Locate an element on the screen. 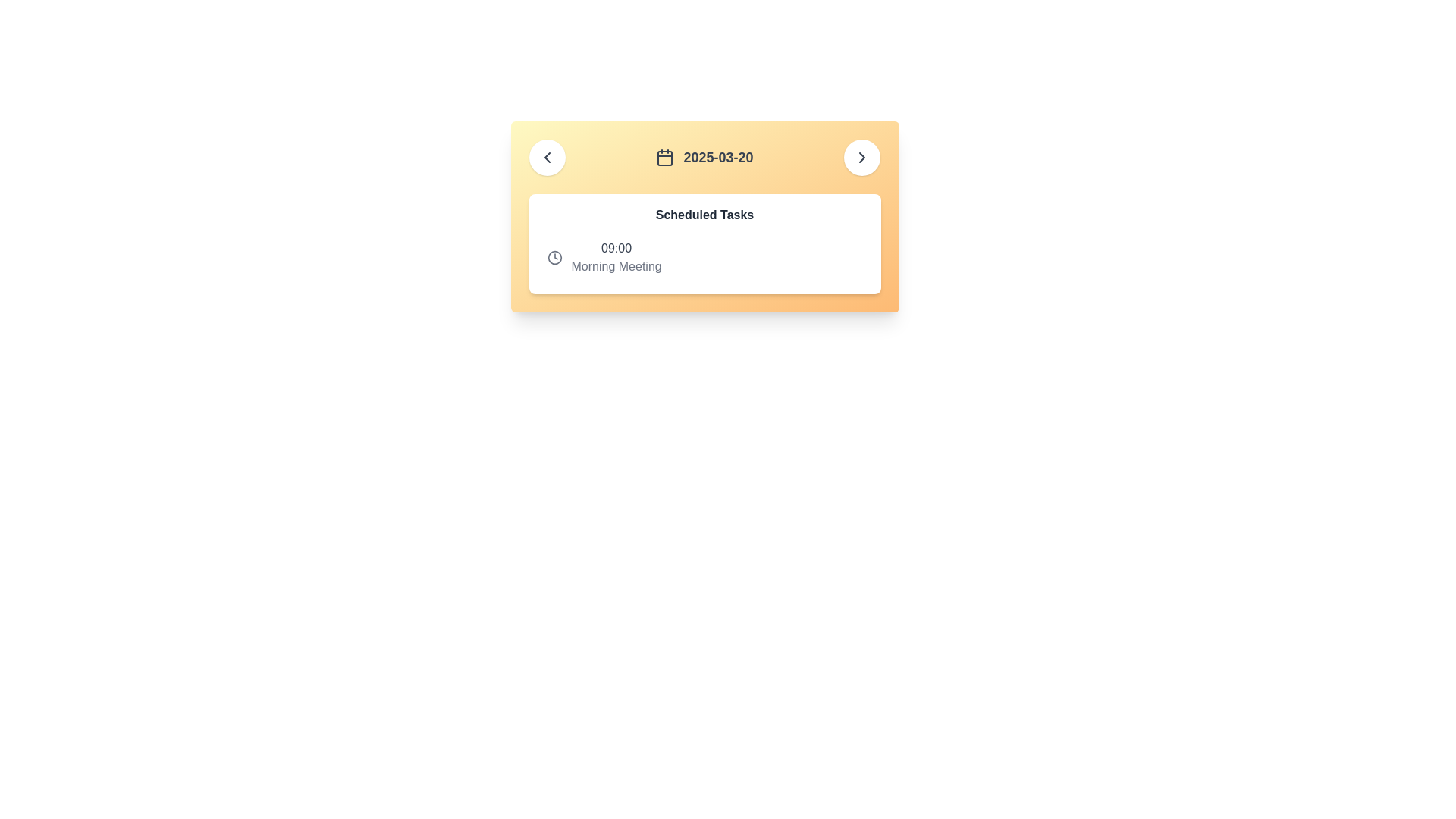 This screenshot has height=819, width=1456. the navigation button is located at coordinates (862, 158).